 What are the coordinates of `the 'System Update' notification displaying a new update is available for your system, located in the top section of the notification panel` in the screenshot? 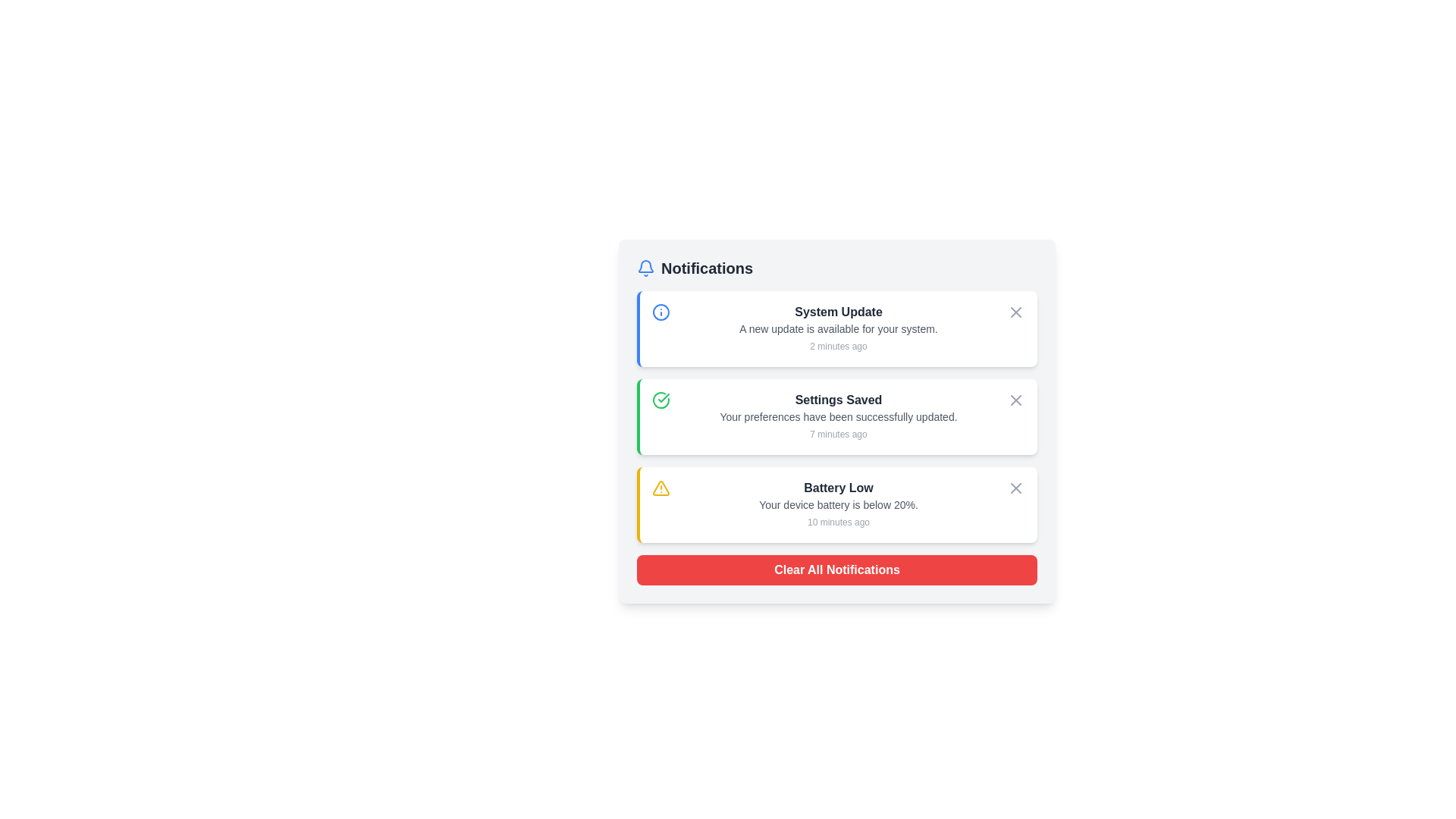 It's located at (837, 328).